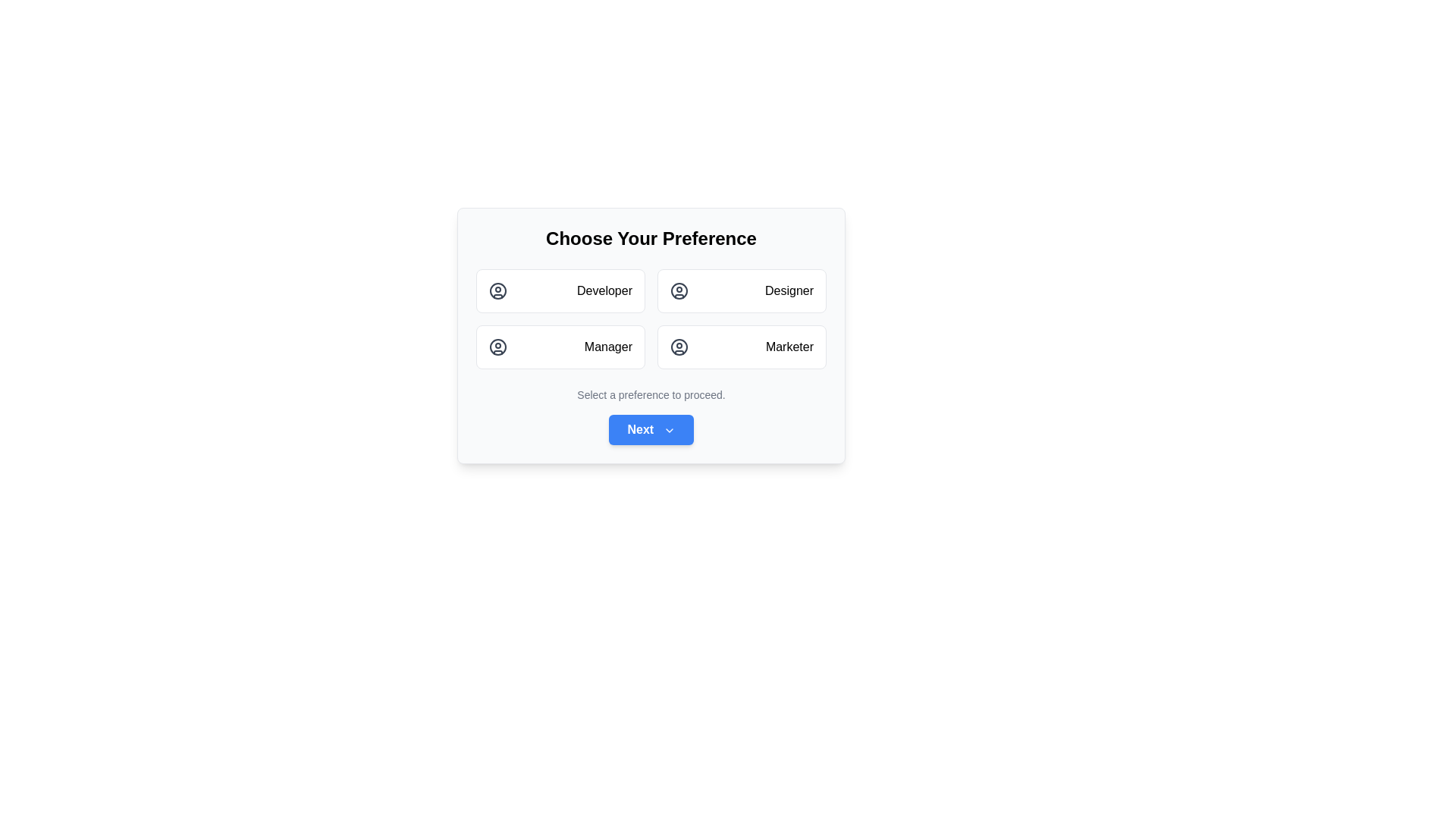 The height and width of the screenshot is (819, 1456). Describe the element at coordinates (498, 347) in the screenshot. I see `the outer circle of the 'Manager' option in the bottom-left corner of the grid` at that location.